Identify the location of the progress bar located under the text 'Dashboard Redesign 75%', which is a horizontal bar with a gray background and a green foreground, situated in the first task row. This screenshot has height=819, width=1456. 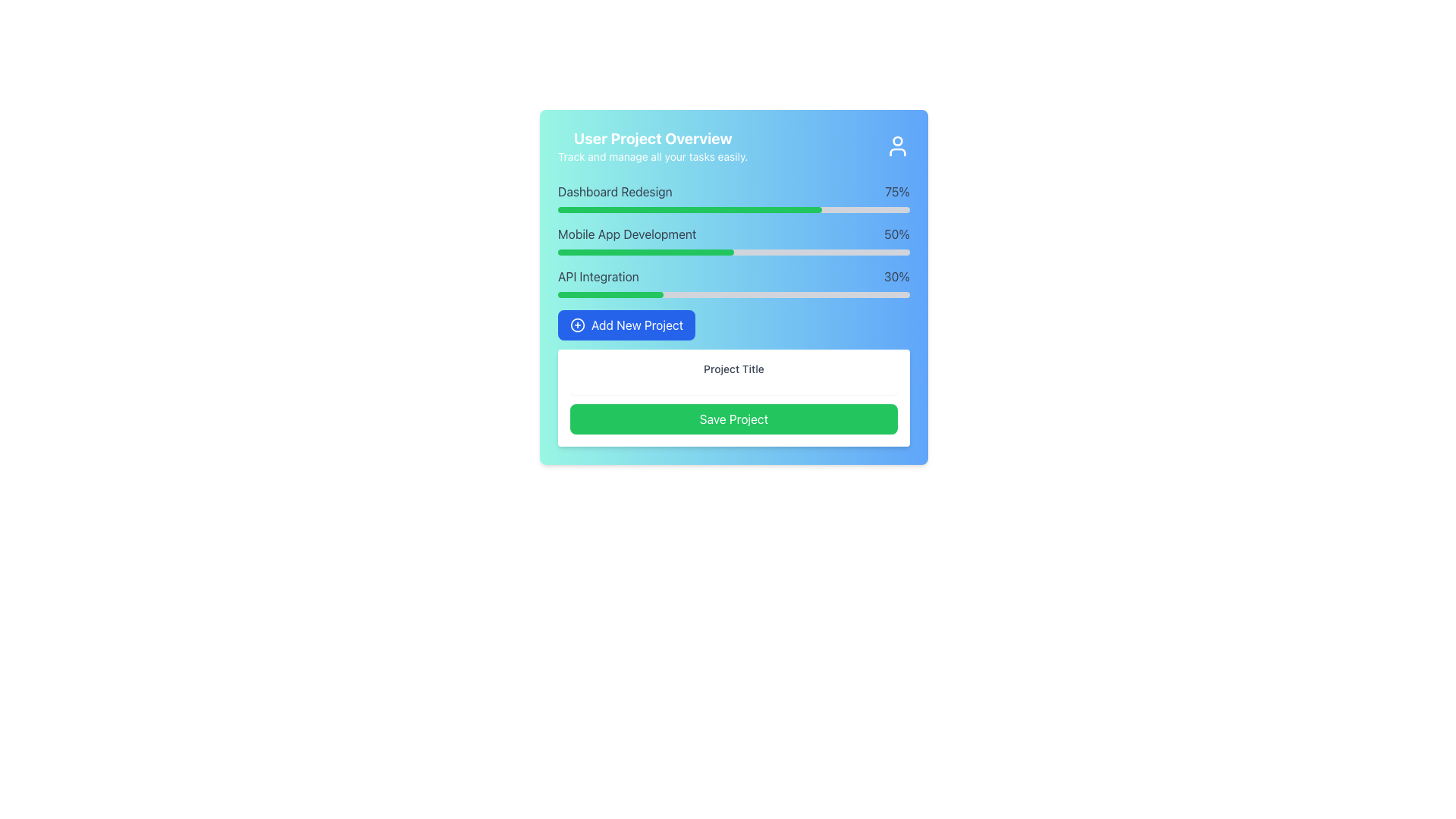
(734, 210).